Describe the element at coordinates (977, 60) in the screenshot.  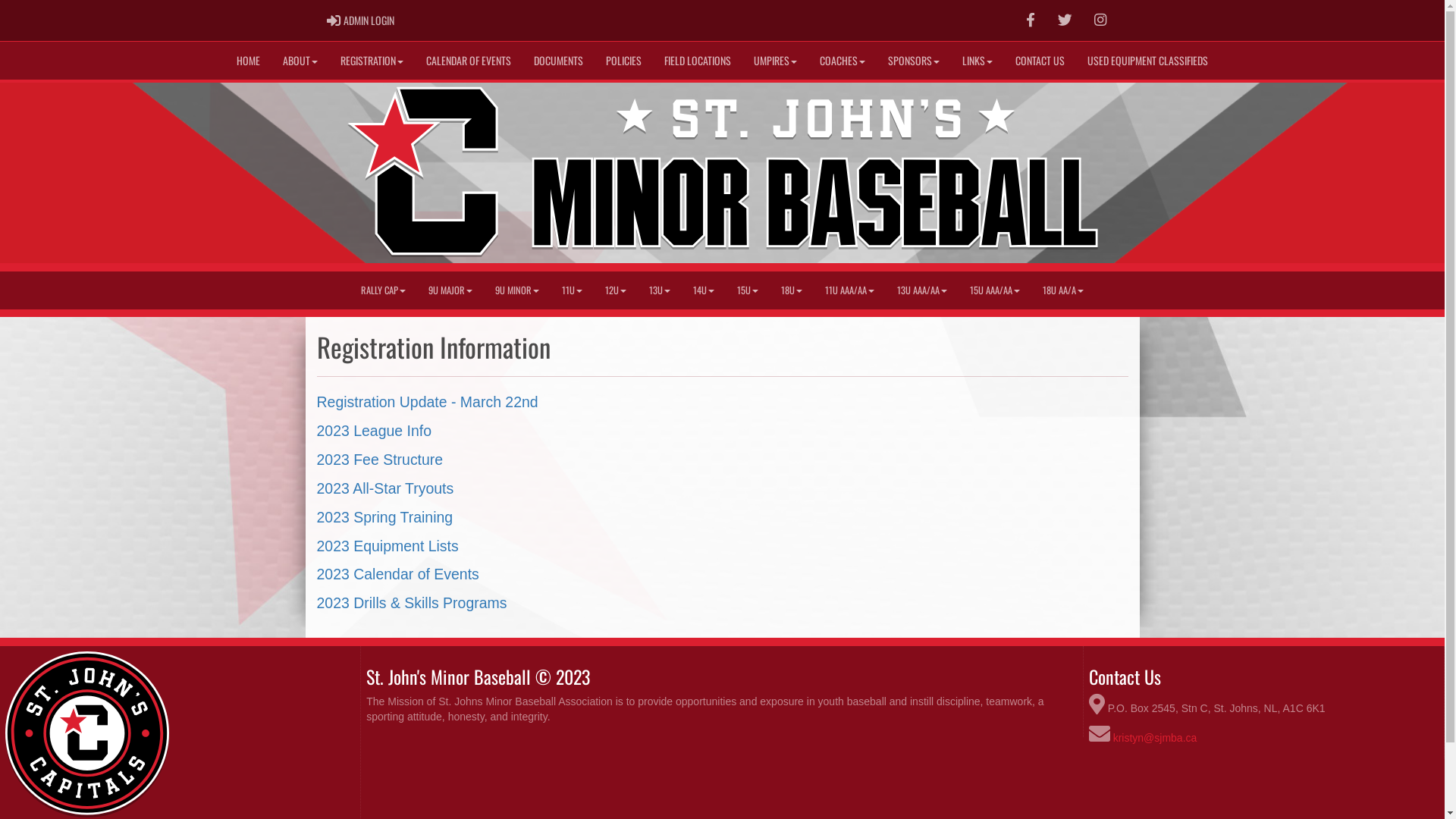
I see `'LINKS'` at that location.